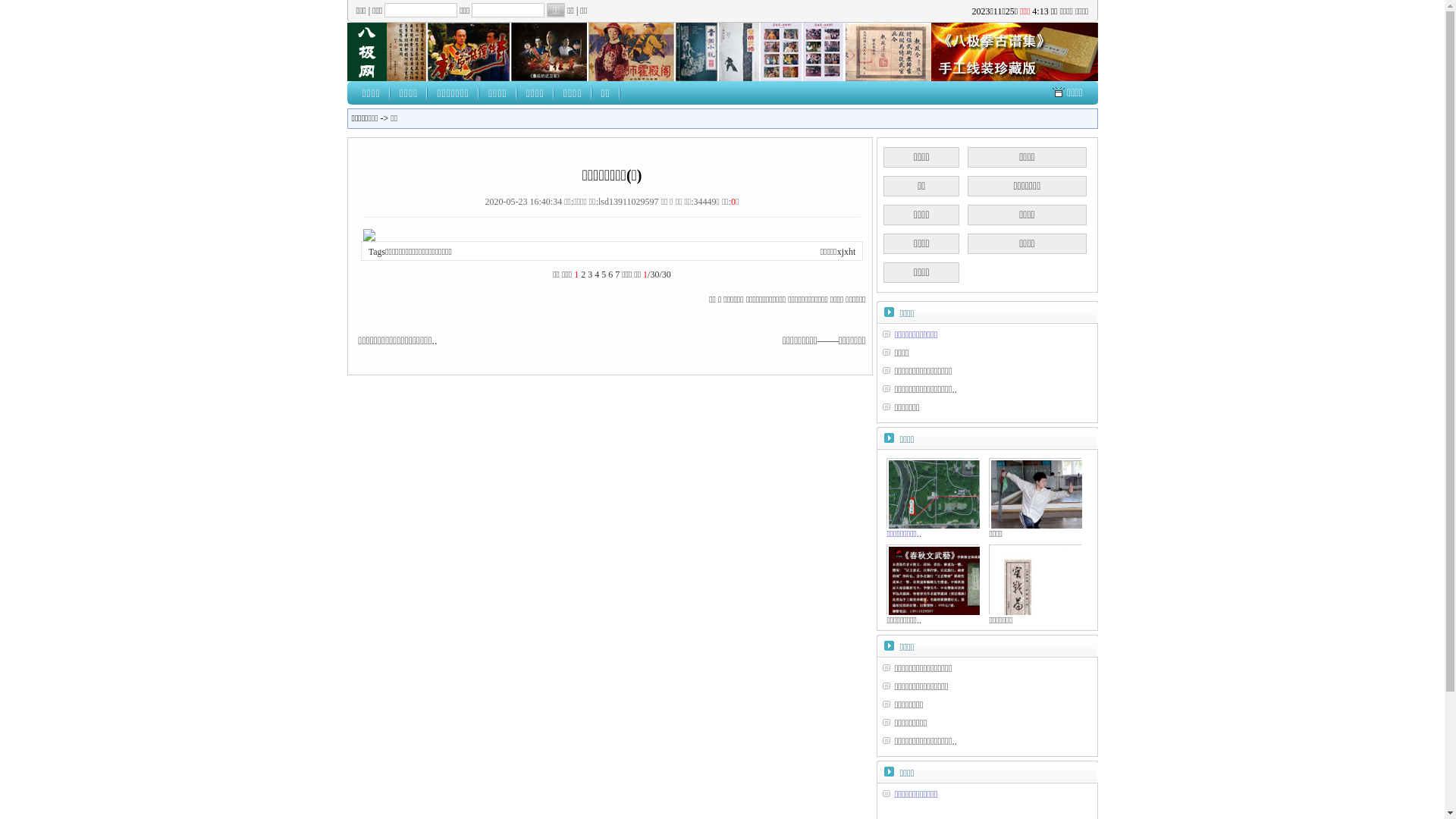 Image resolution: width=1456 pixels, height=819 pixels. Describe the element at coordinates (617, 275) in the screenshot. I see `'7'` at that location.